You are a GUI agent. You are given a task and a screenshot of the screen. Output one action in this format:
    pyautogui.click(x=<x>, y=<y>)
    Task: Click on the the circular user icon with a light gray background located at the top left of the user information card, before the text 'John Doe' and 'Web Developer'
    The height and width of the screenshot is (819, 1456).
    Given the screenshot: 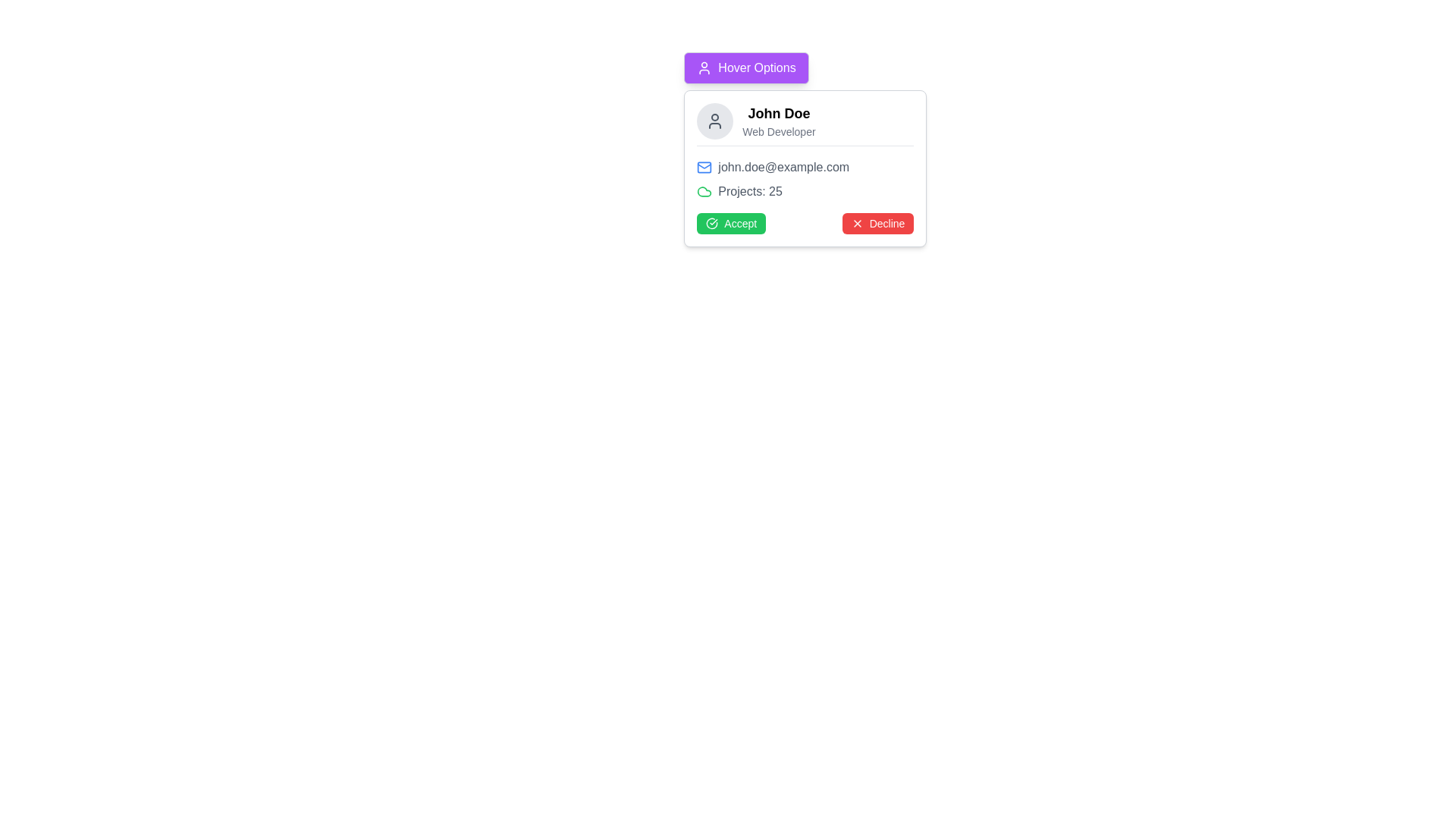 What is the action you would take?
    pyautogui.click(x=714, y=120)
    